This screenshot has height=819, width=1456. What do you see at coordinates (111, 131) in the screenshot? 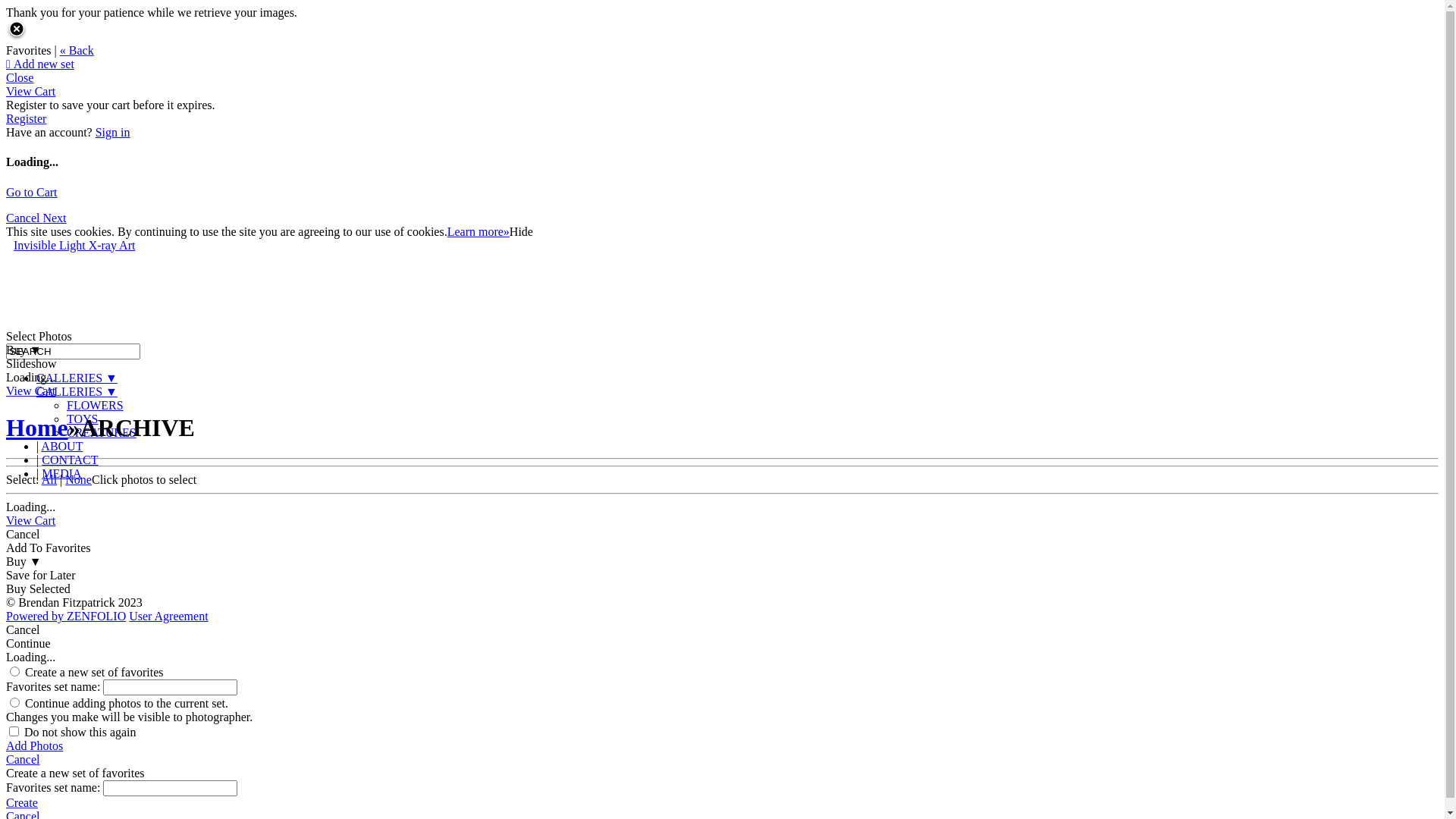
I see `'Sign in'` at bounding box center [111, 131].